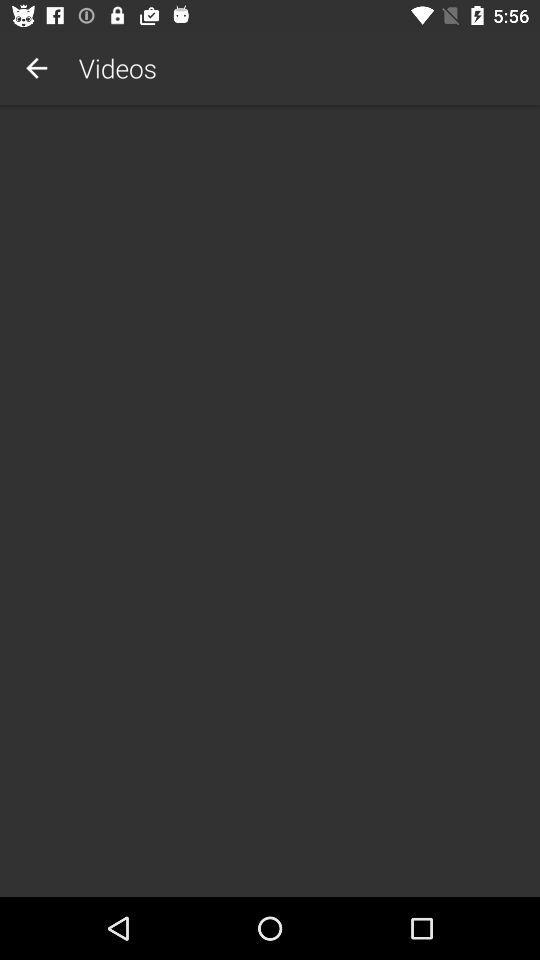 This screenshot has width=540, height=960. What do you see at coordinates (36, 68) in the screenshot?
I see `the app to the left of the videos` at bounding box center [36, 68].